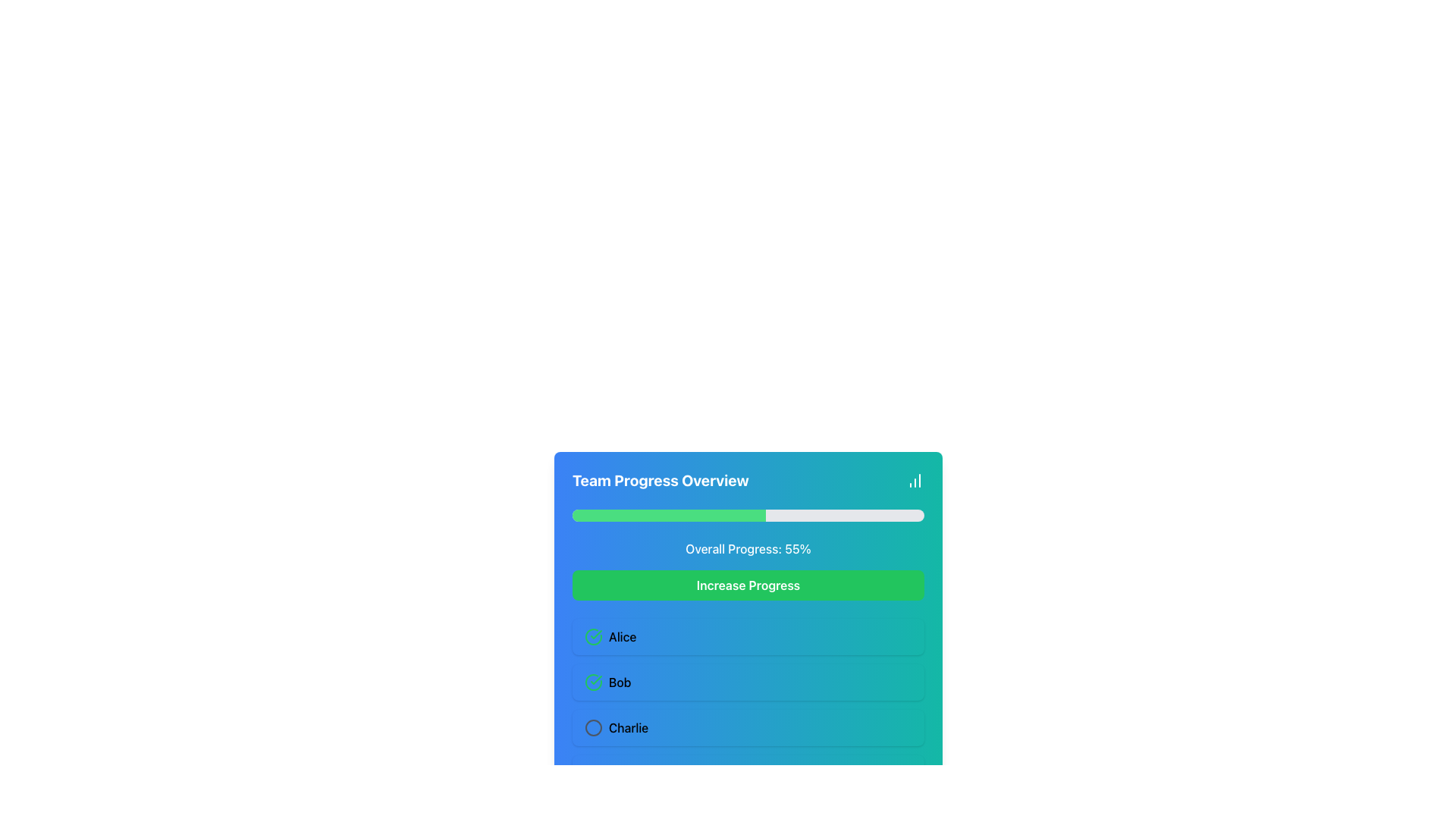 This screenshot has width=1456, height=819. I want to click on the status represented by the icon indicating selection or progress confirmation for 'Bob', located to the left of the text 'Bob' in a list of icons, so click(592, 681).